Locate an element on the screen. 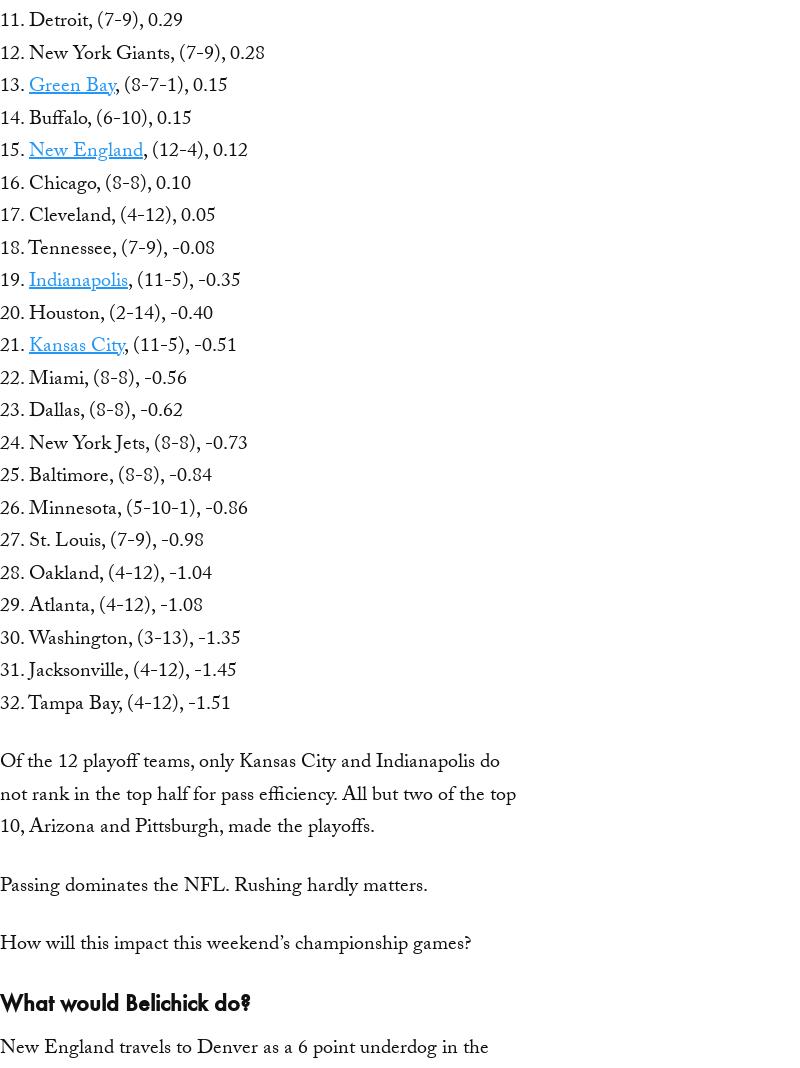  '16. Chicago, (8-8), 0.10' is located at coordinates (95, 184).